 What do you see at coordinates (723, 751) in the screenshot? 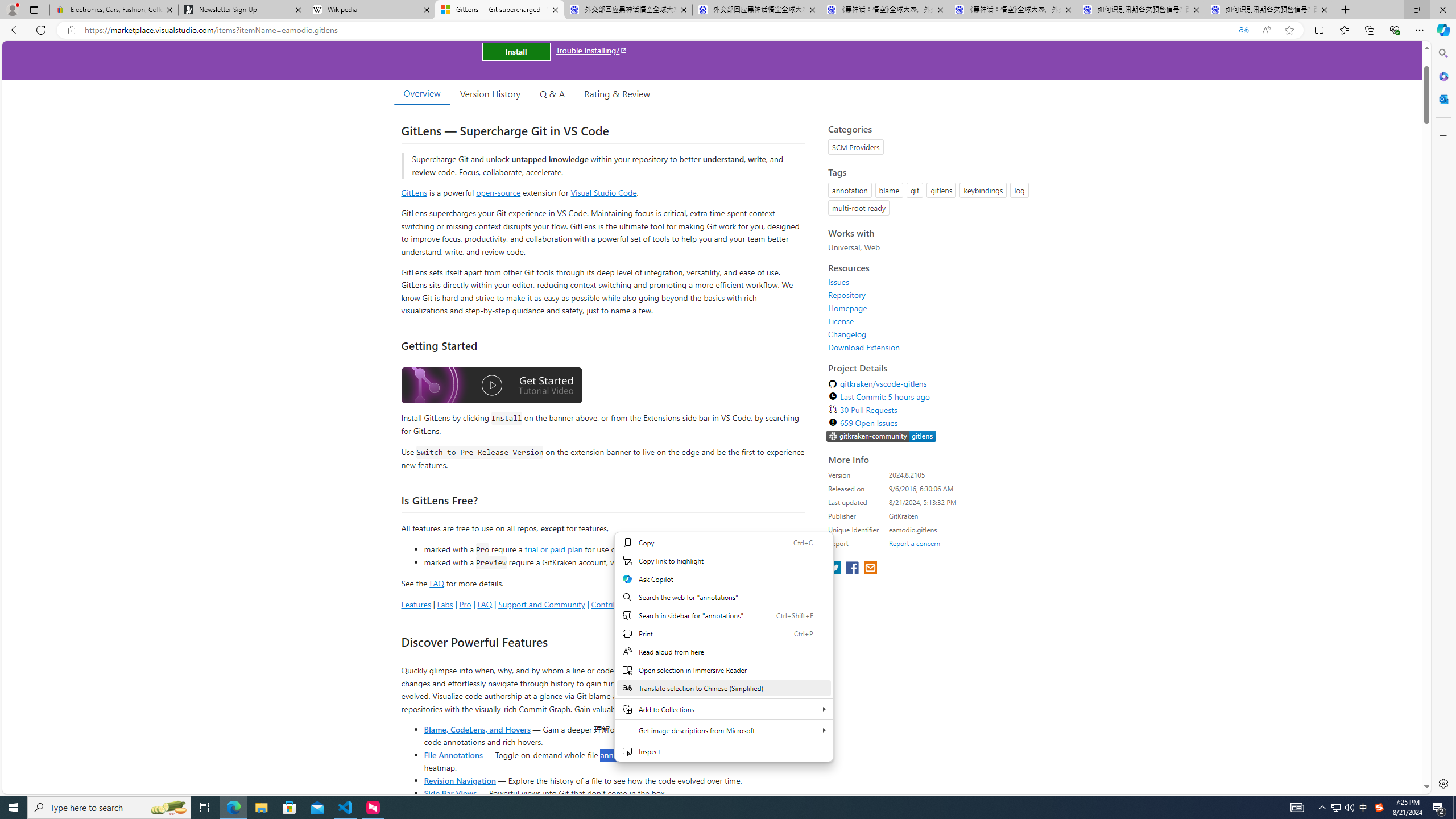
I see `'Inspect'` at bounding box center [723, 751].